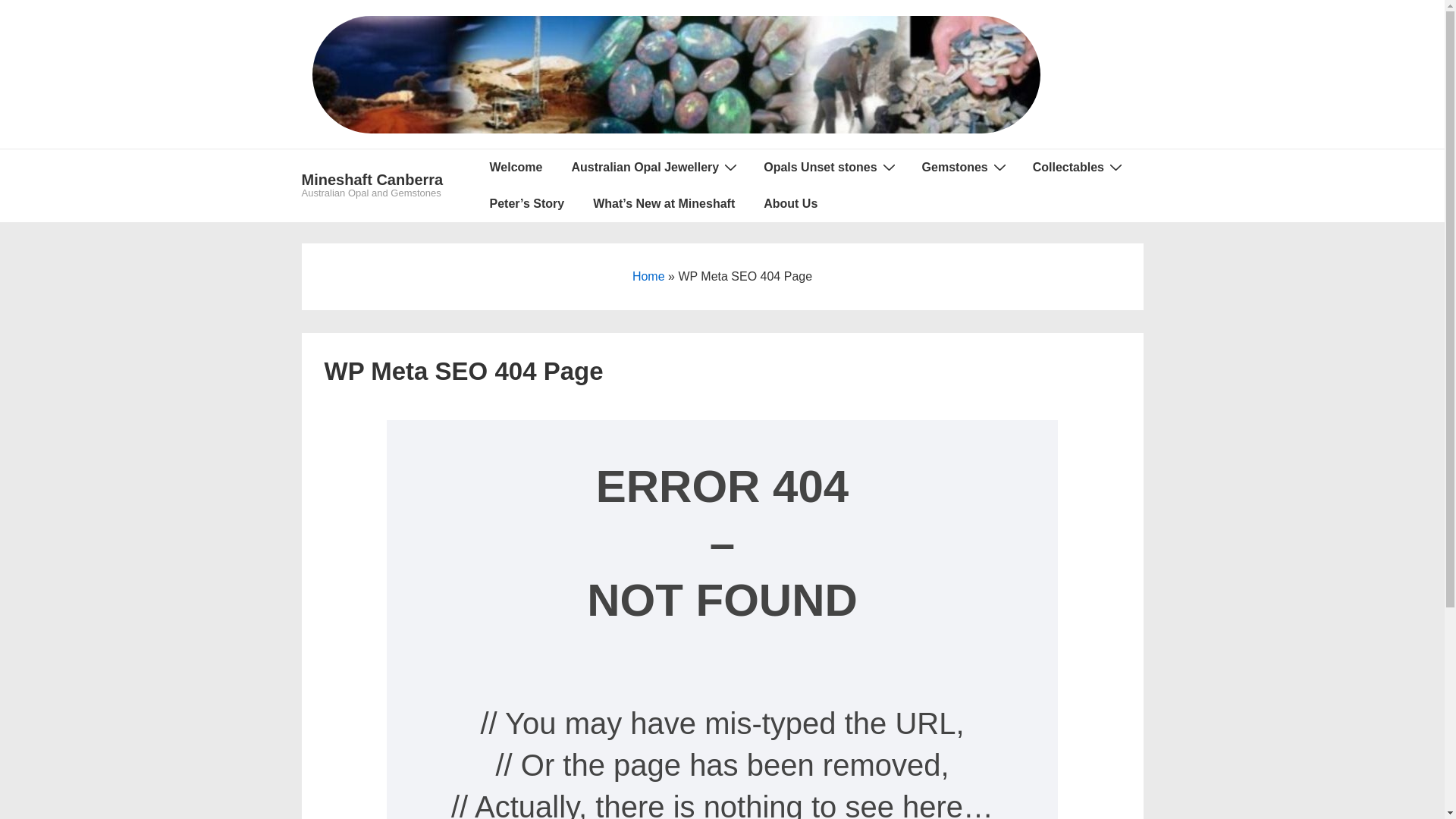  I want to click on 'Welcome', so click(516, 167).